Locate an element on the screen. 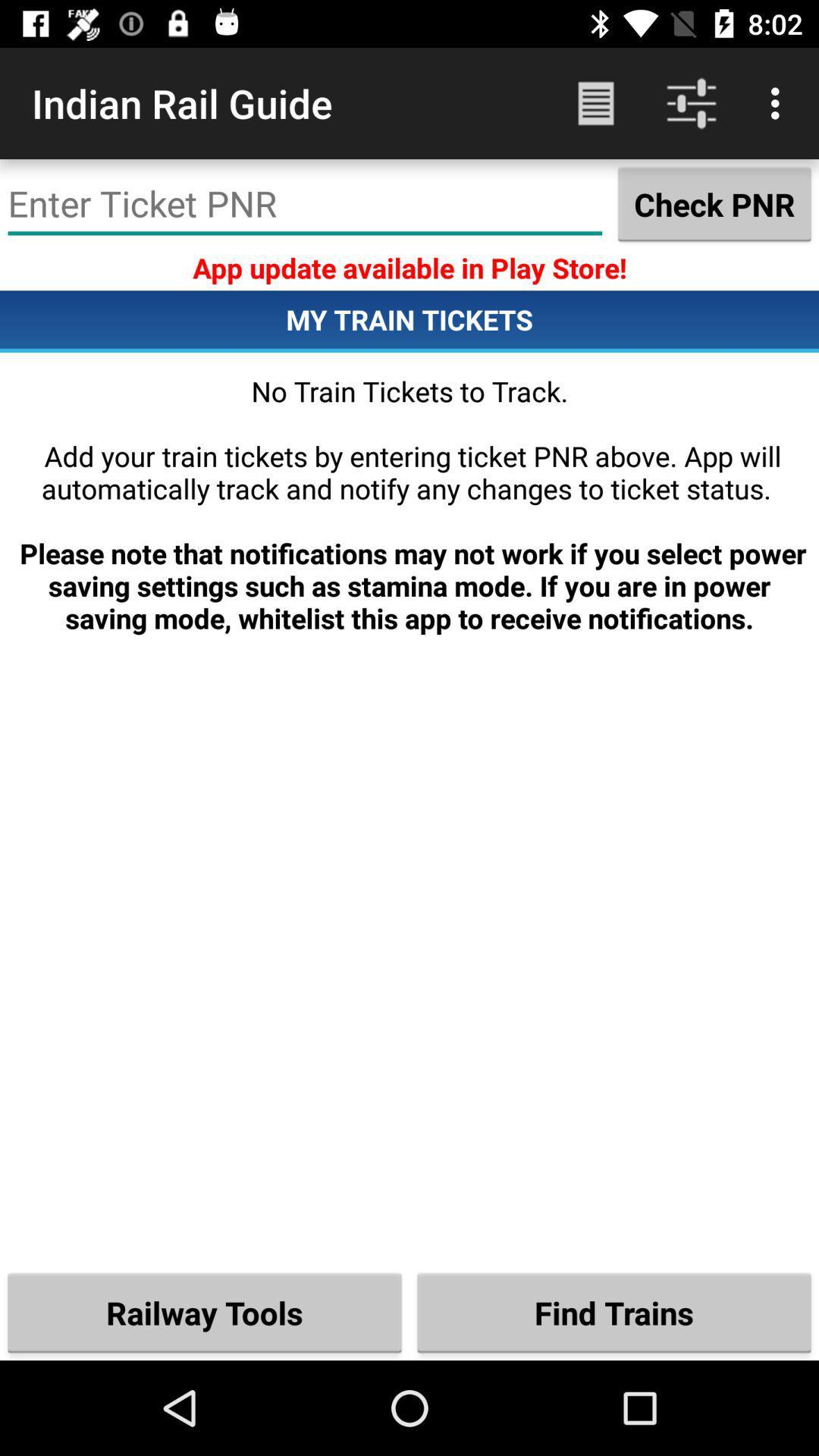 This screenshot has width=819, height=1456. item next to railway tools is located at coordinates (614, 1312).